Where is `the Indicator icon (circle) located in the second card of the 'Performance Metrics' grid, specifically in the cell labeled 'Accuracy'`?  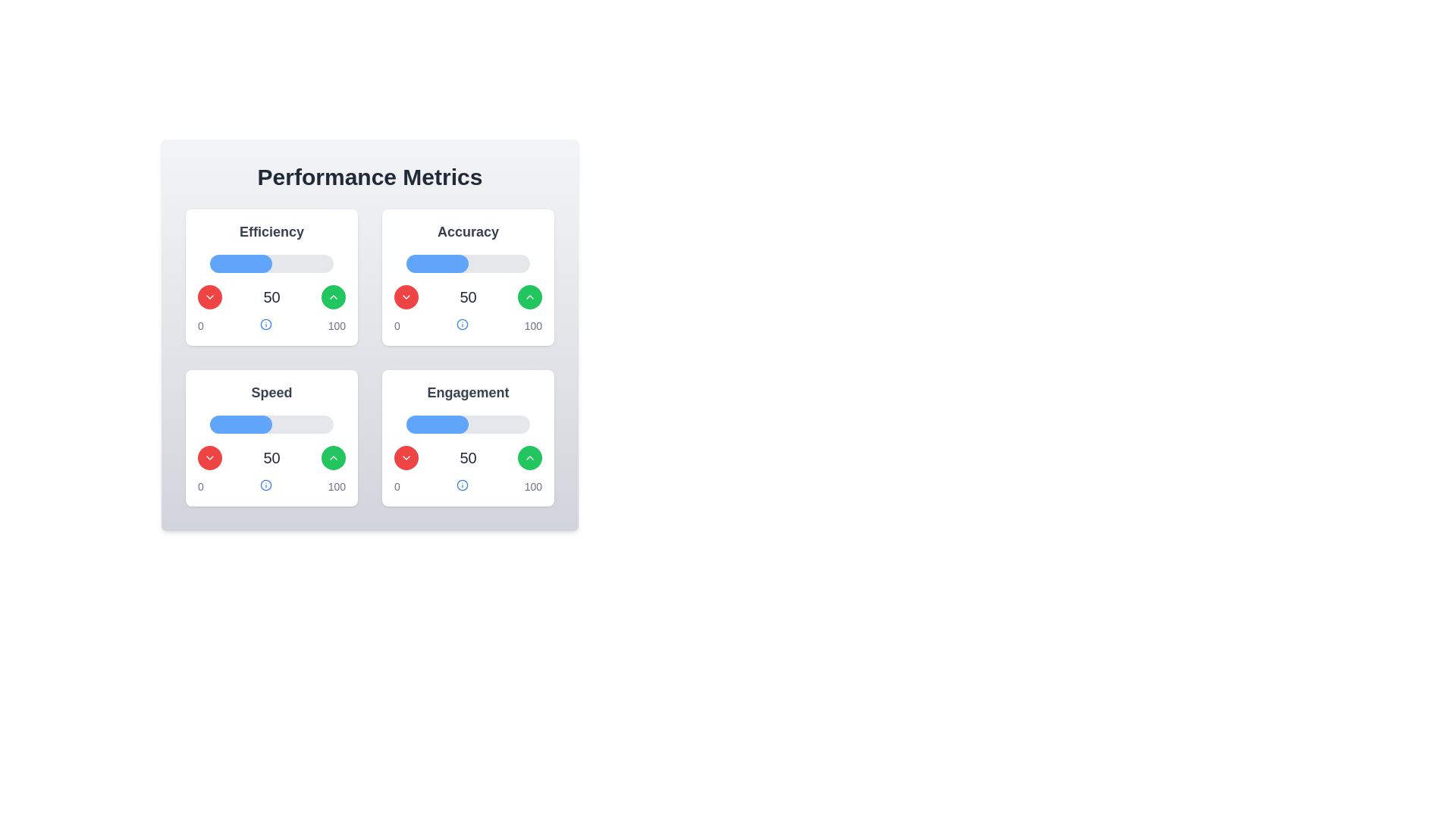 the Indicator icon (circle) located in the second card of the 'Performance Metrics' grid, specifically in the cell labeled 'Accuracy' is located at coordinates (461, 324).